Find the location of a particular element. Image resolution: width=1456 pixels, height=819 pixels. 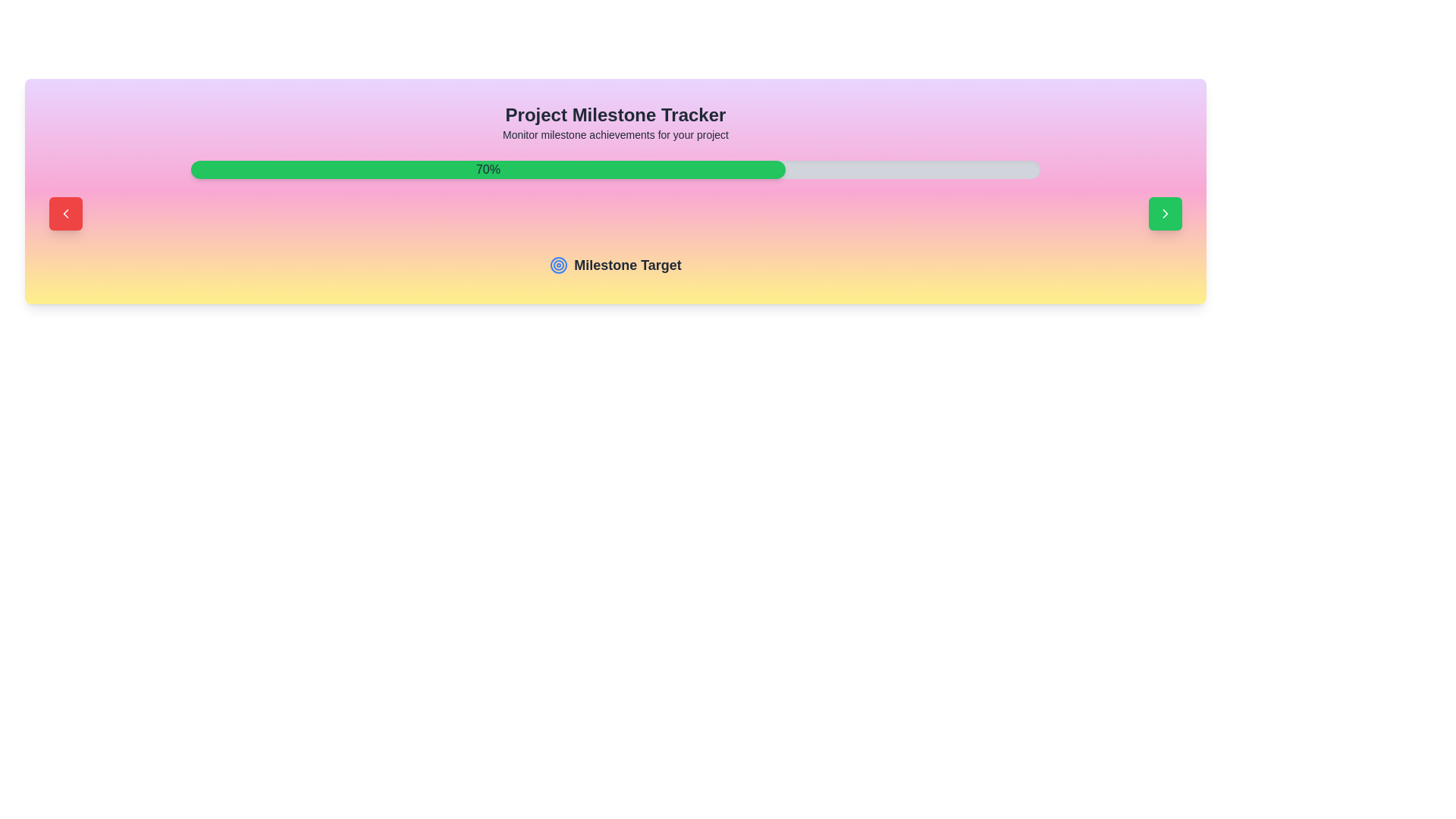

text from the text area displaying 'Project Milestone Tracker' and its subtitle 'Monitor milestone achievements for your project' located at the top-center of the gradient-filled card layout is located at coordinates (615, 122).